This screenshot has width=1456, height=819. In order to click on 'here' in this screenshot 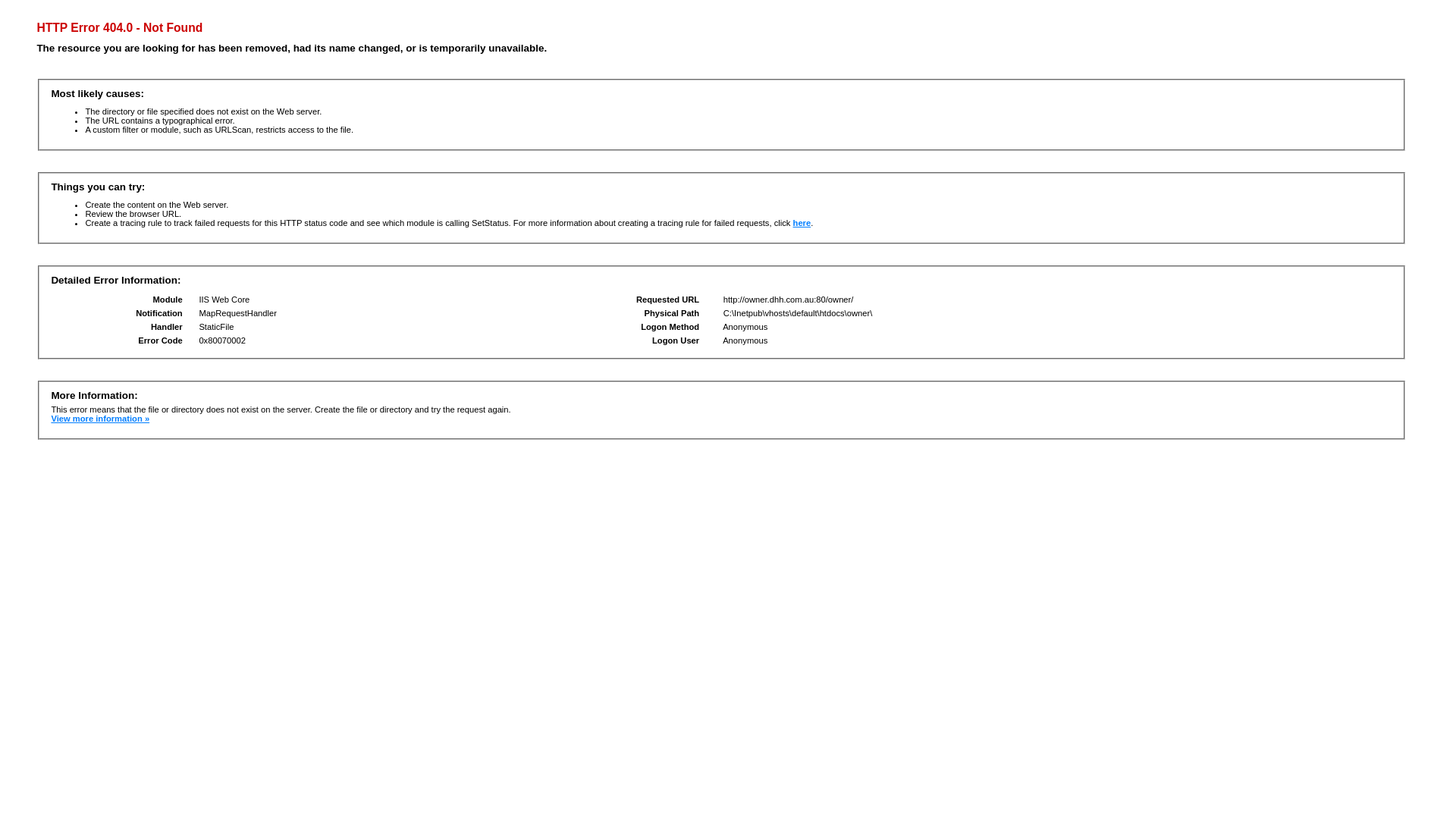, I will do `click(792, 222)`.